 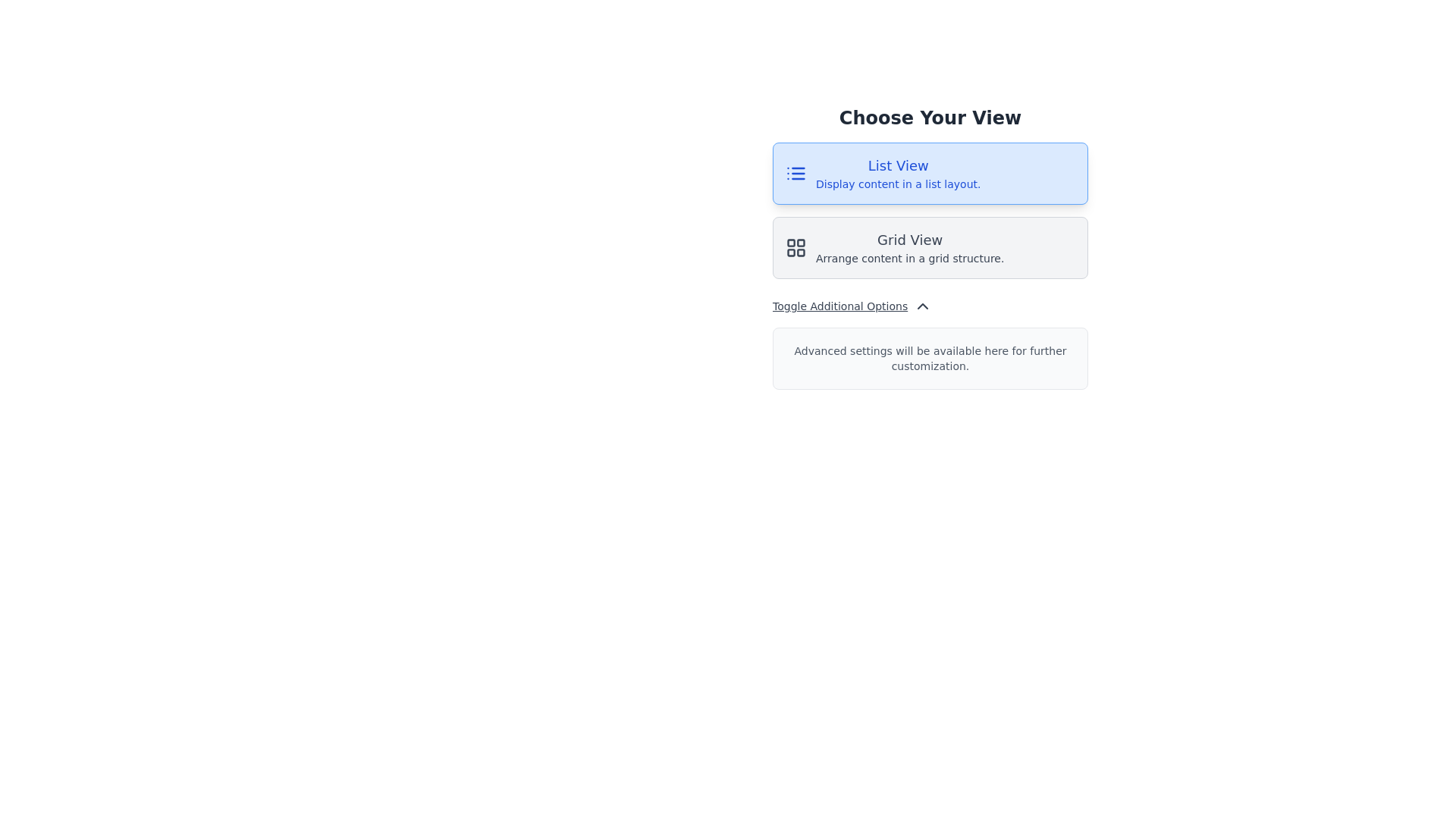 I want to click on the 'Toggle Additional Options' button for keyboard interaction, so click(x=852, y=306).